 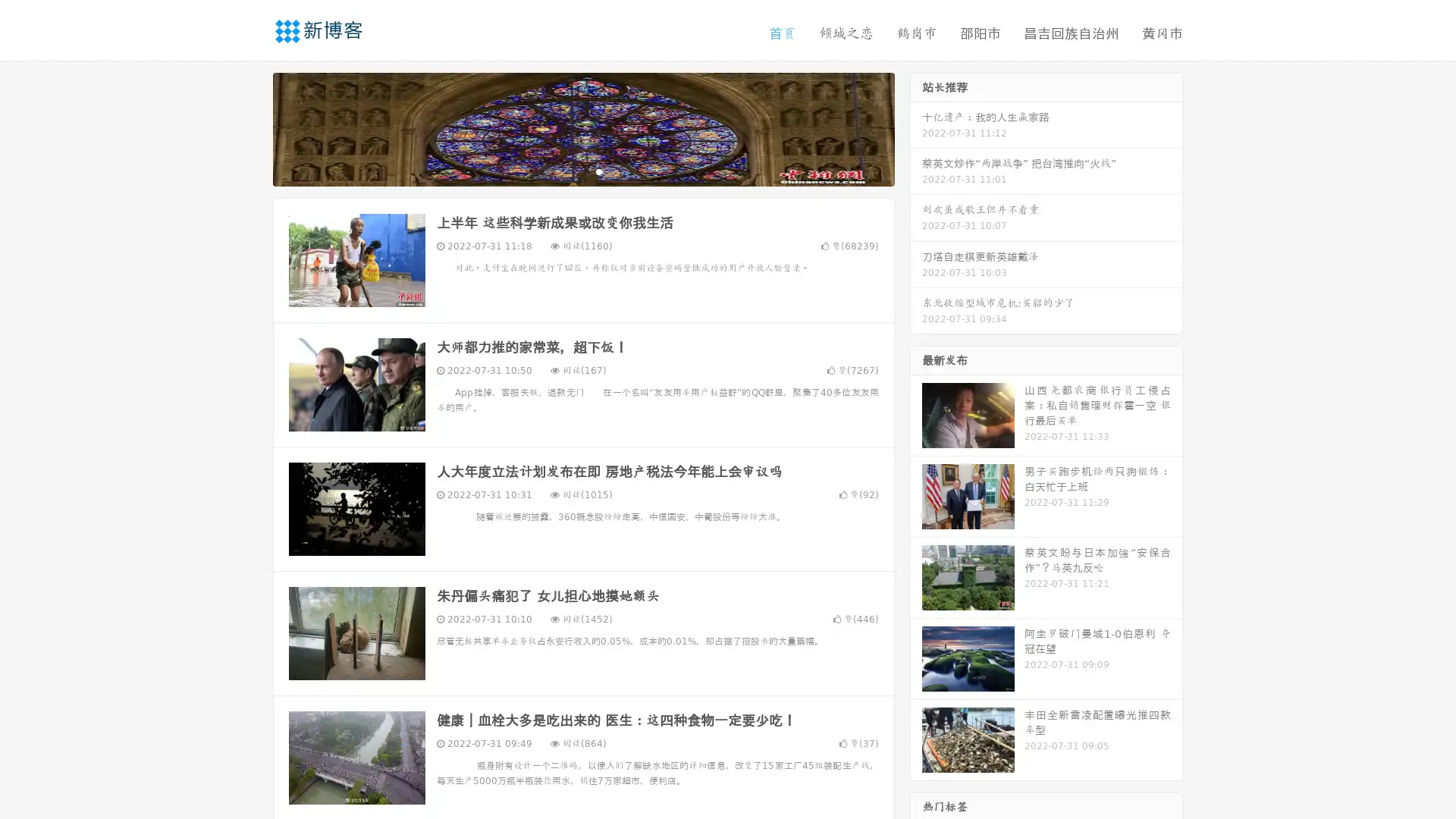 What do you see at coordinates (567, 171) in the screenshot?
I see `Go to slide 1` at bounding box center [567, 171].